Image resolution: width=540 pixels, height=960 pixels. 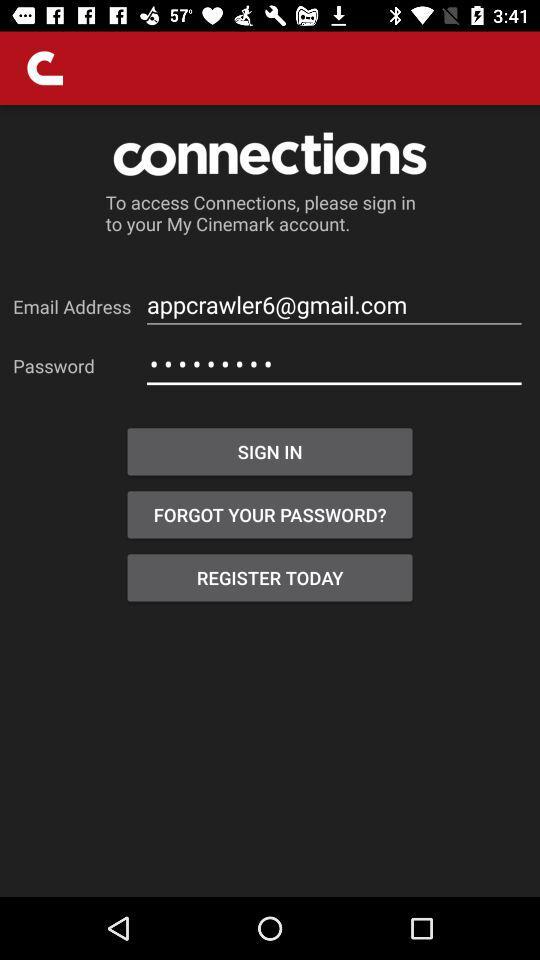 What do you see at coordinates (334, 305) in the screenshot?
I see `item to the right of email address icon` at bounding box center [334, 305].